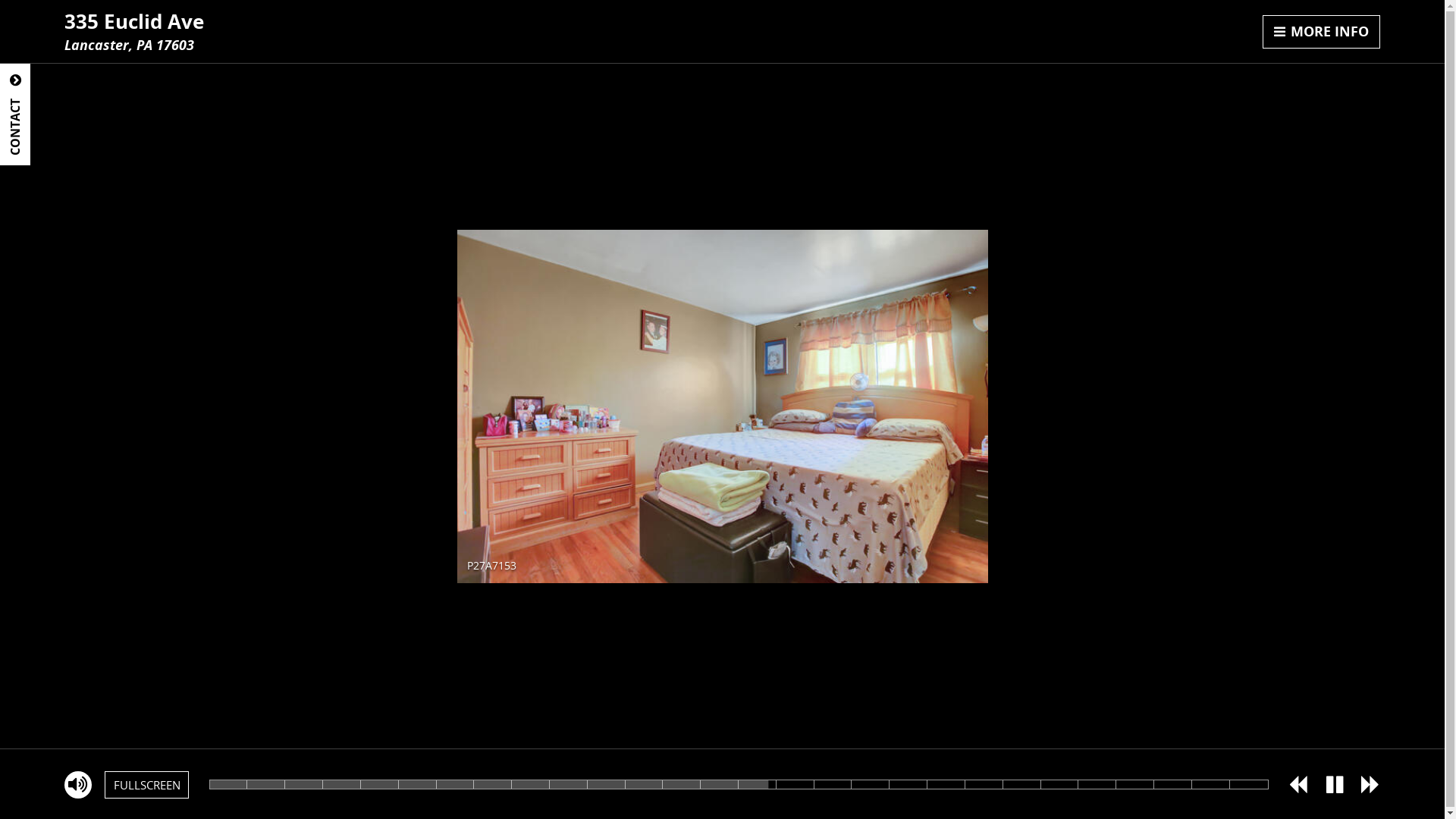  I want to click on 'MORE INFO', so click(1263, 32).